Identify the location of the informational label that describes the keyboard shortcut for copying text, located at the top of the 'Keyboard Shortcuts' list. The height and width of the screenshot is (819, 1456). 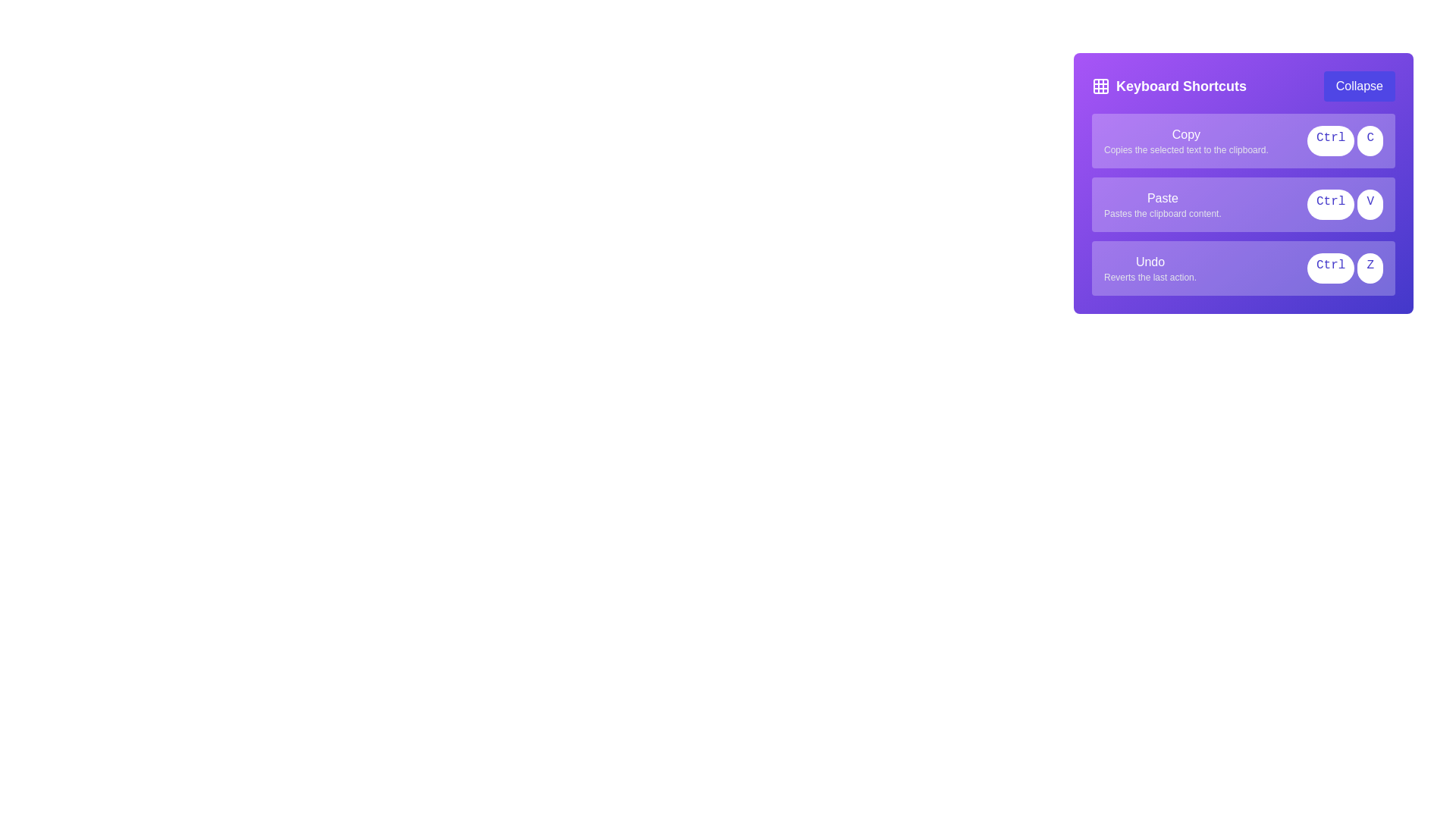
(1185, 140).